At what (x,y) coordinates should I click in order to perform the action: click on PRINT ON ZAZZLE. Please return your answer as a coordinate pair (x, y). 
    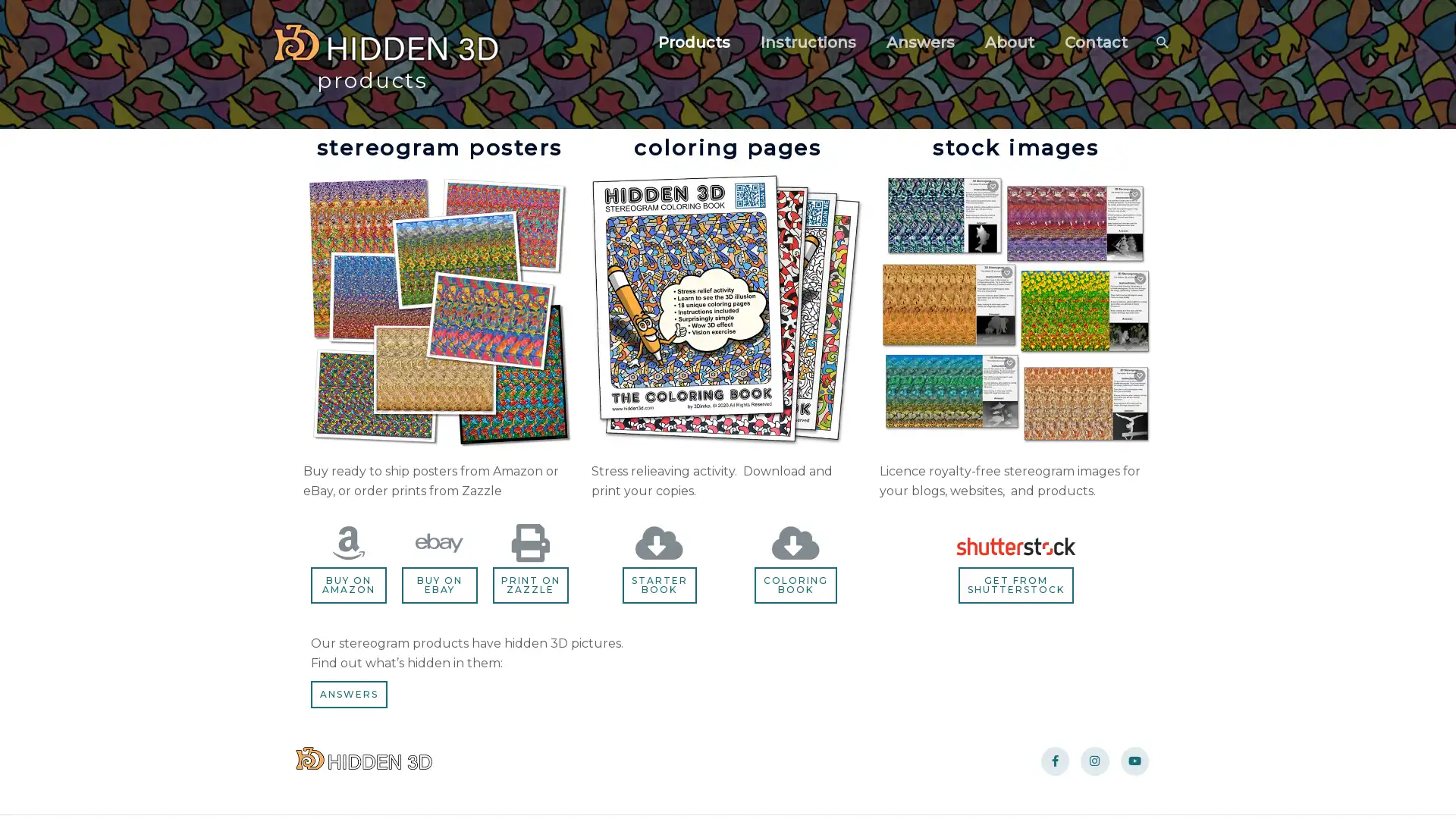
    Looking at the image, I should click on (530, 584).